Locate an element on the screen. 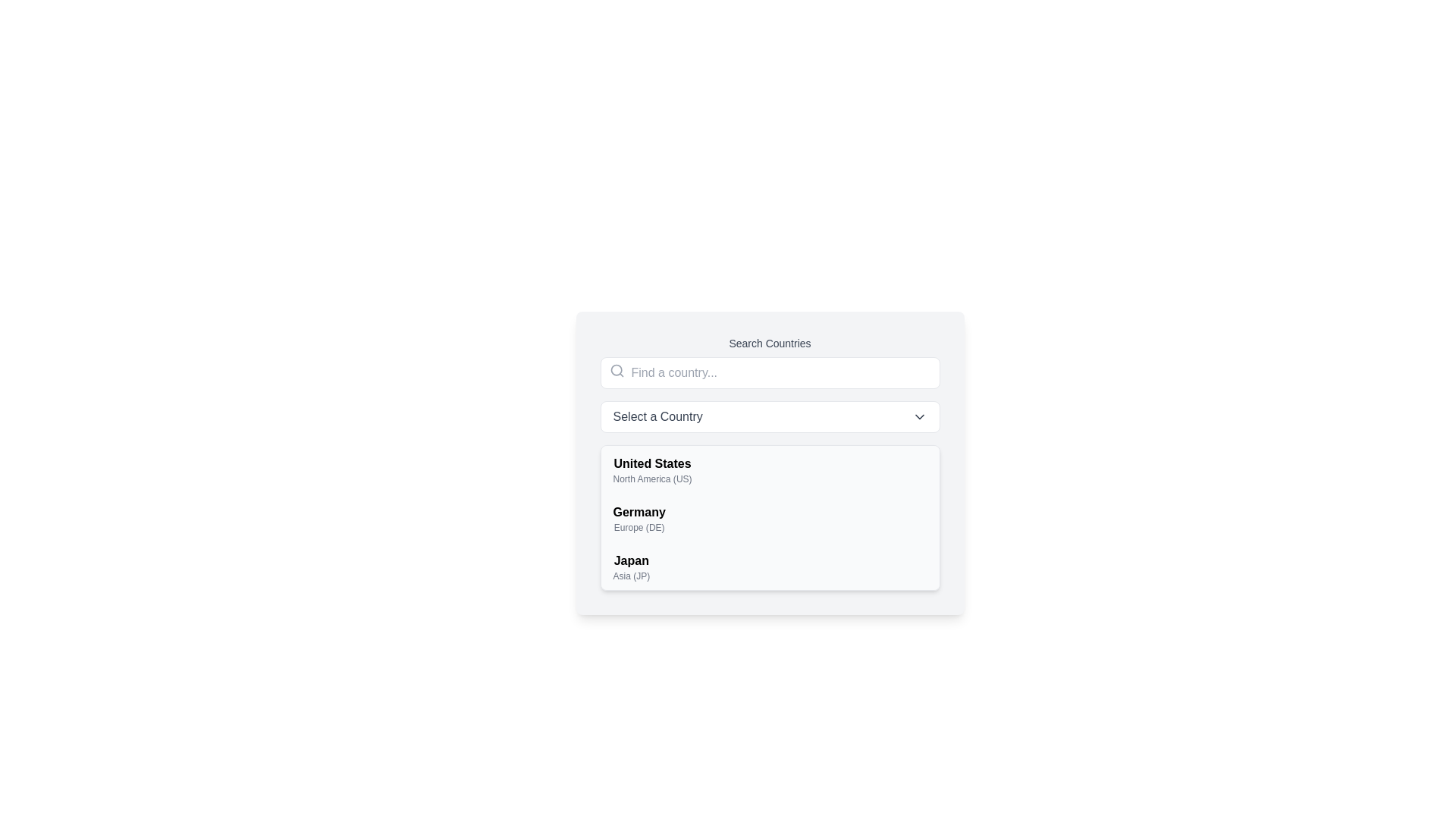 The height and width of the screenshot is (819, 1456). the text element displaying 'Japan' in bold, located is located at coordinates (631, 567).